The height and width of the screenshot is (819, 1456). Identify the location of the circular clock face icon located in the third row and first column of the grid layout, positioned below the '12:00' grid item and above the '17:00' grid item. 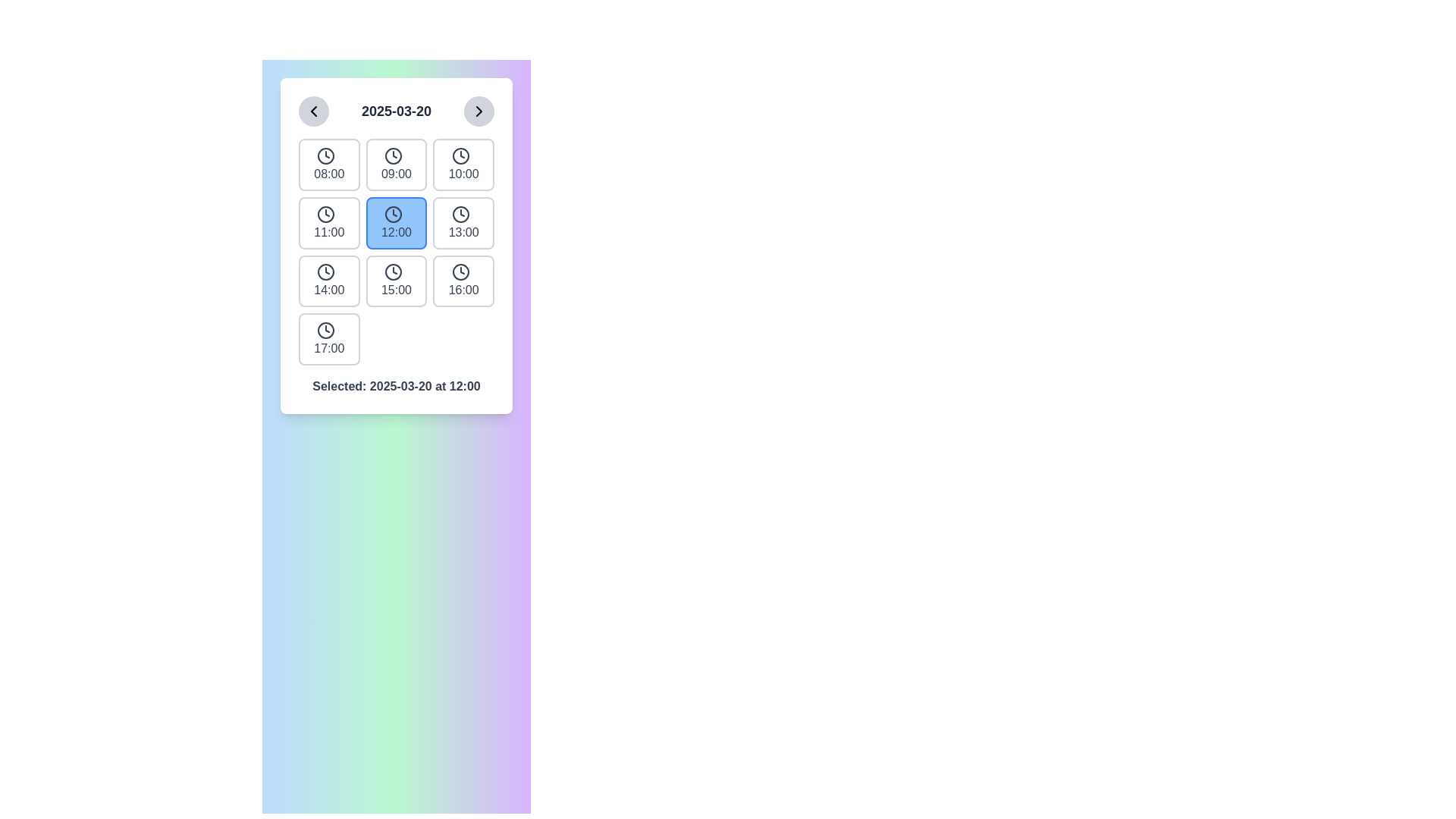
(325, 271).